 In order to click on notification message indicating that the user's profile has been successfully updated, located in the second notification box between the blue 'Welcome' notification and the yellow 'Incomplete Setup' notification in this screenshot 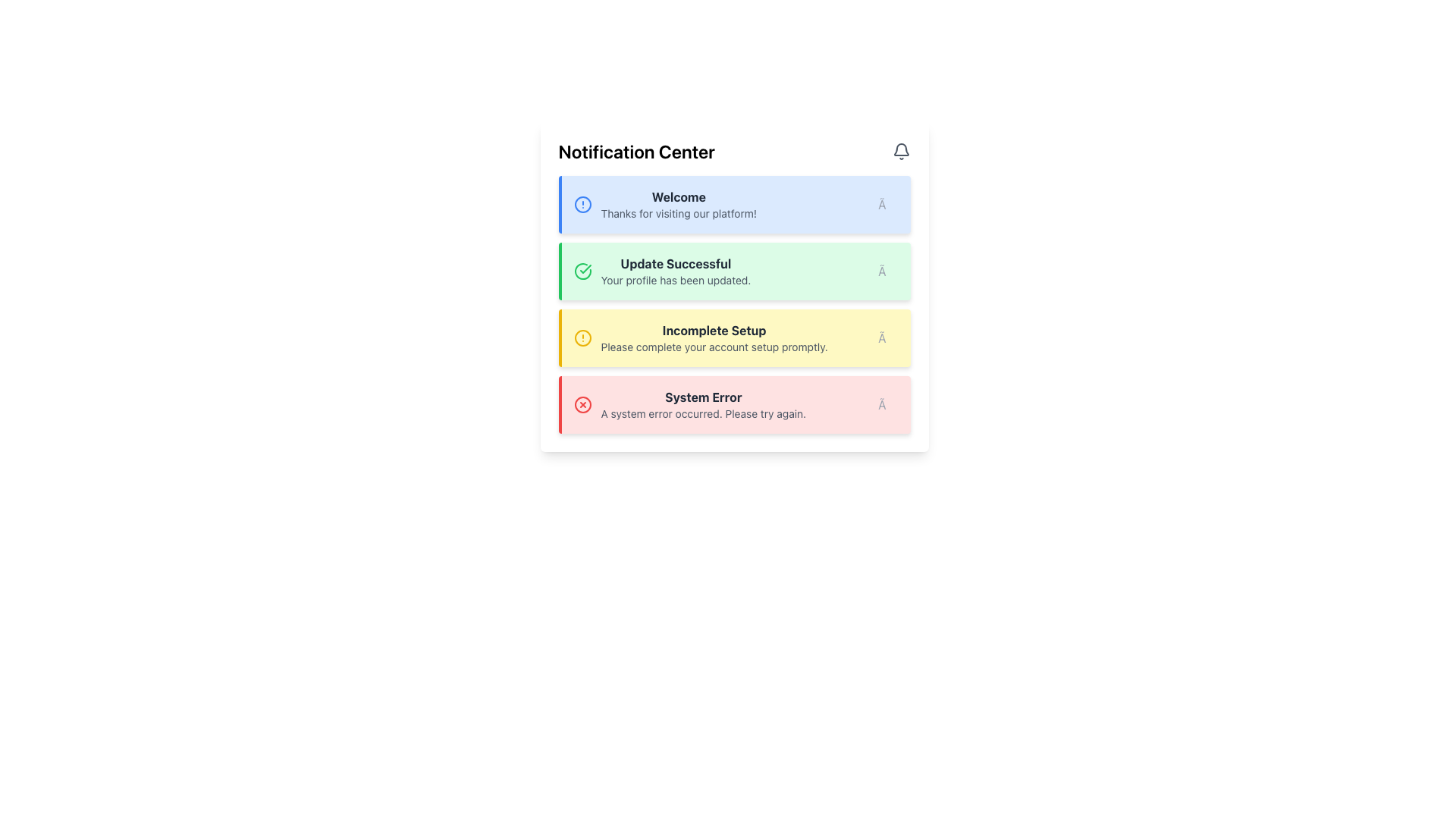, I will do `click(675, 271)`.